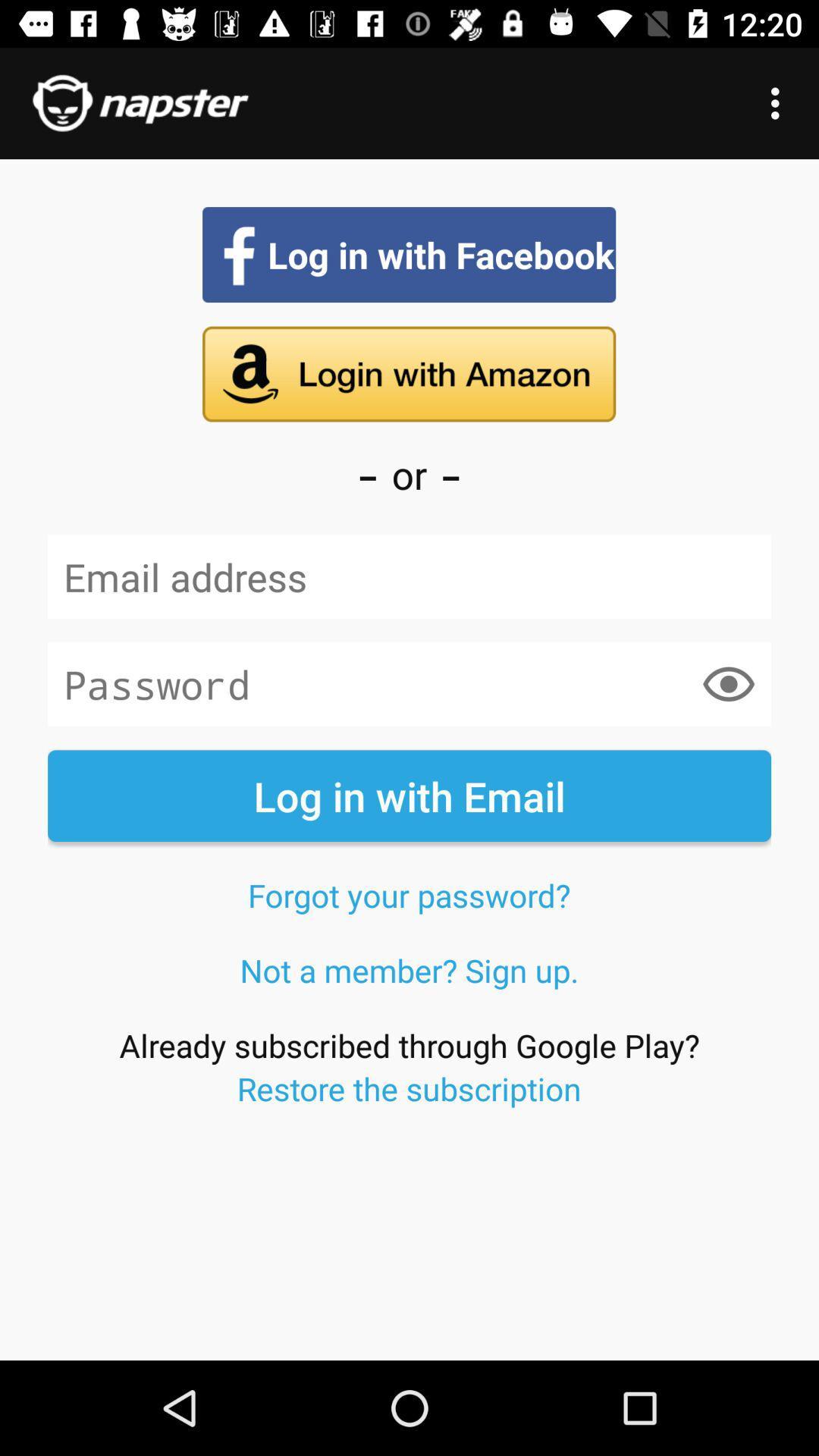  What do you see at coordinates (408, 374) in the screenshot?
I see `login with your amazon account` at bounding box center [408, 374].